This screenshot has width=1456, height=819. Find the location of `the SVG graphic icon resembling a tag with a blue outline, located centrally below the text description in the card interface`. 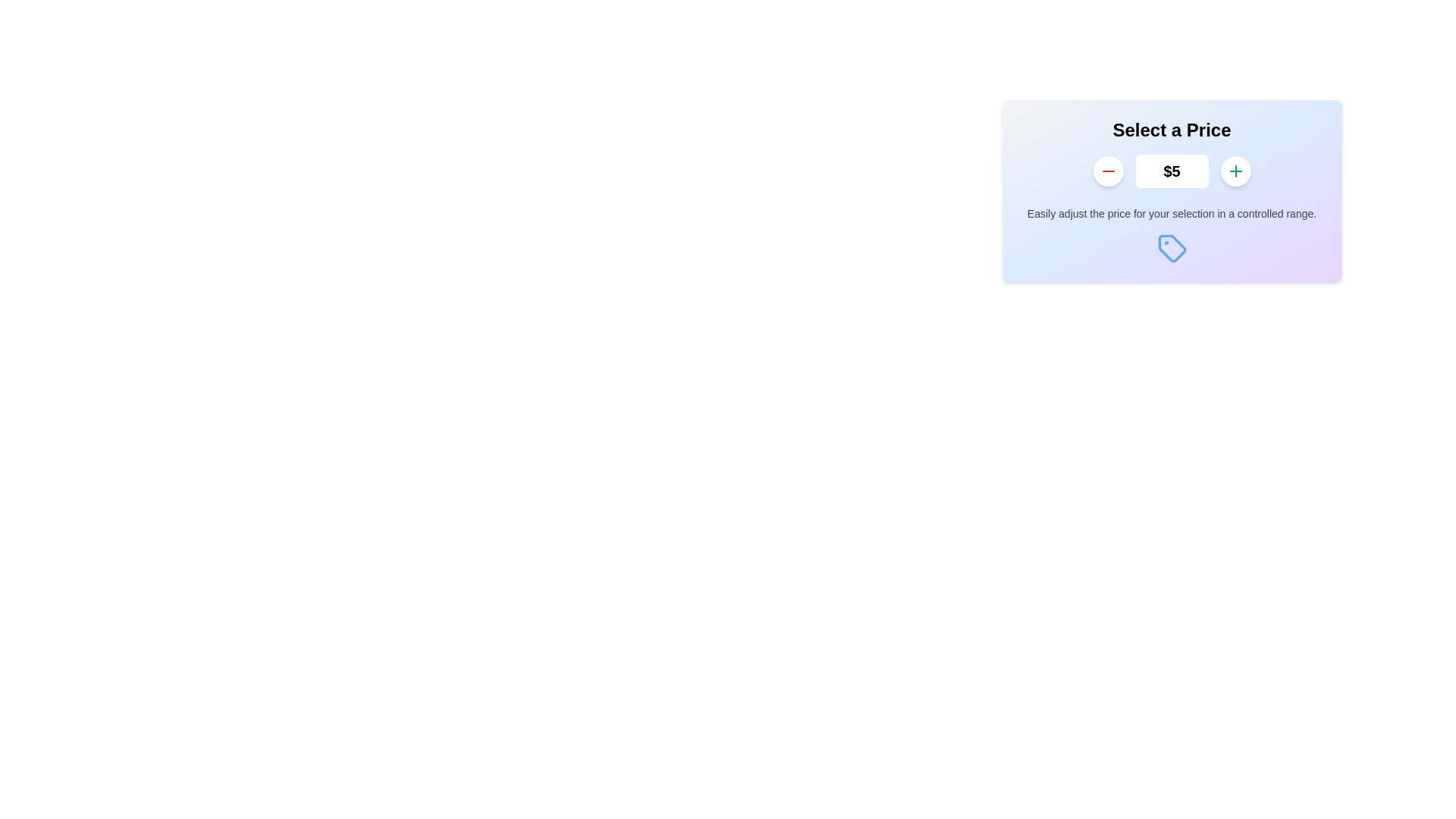

the SVG graphic icon resembling a tag with a blue outline, located centrally below the text description in the card interface is located at coordinates (1171, 247).